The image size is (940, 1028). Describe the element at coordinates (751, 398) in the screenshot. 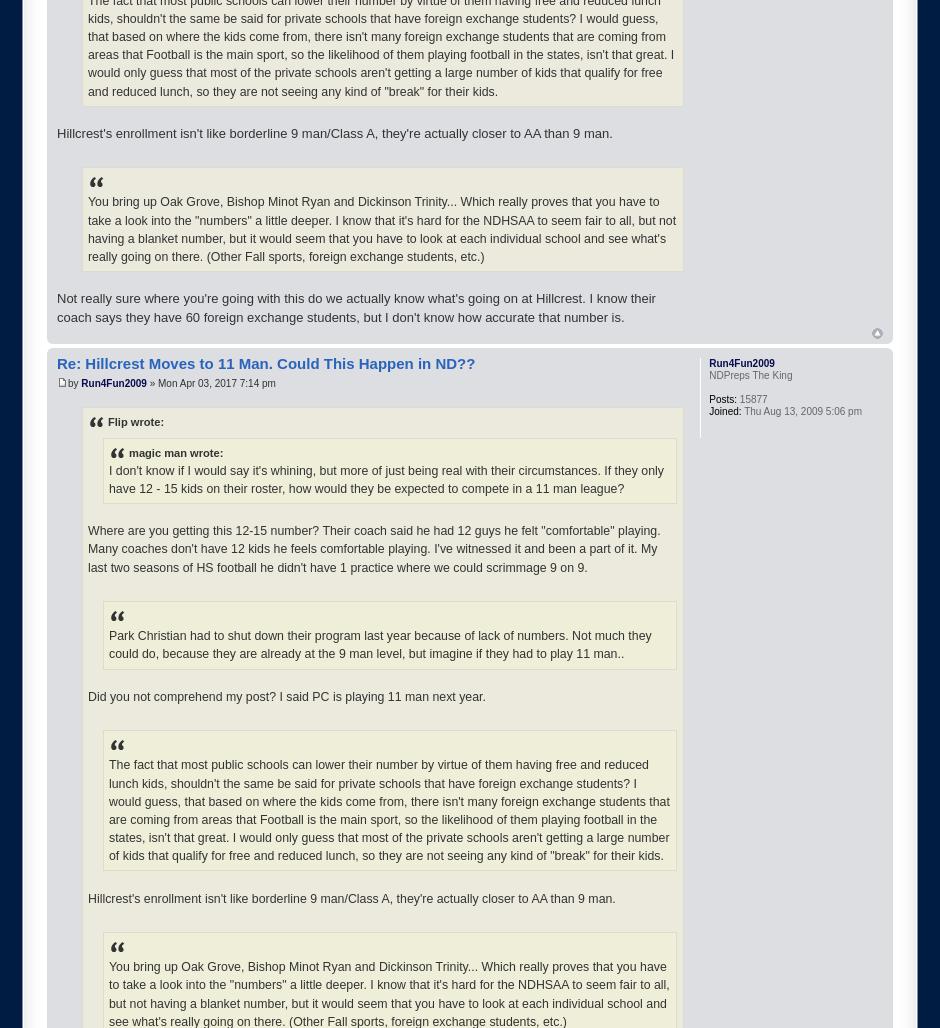

I see `'15877'` at that location.